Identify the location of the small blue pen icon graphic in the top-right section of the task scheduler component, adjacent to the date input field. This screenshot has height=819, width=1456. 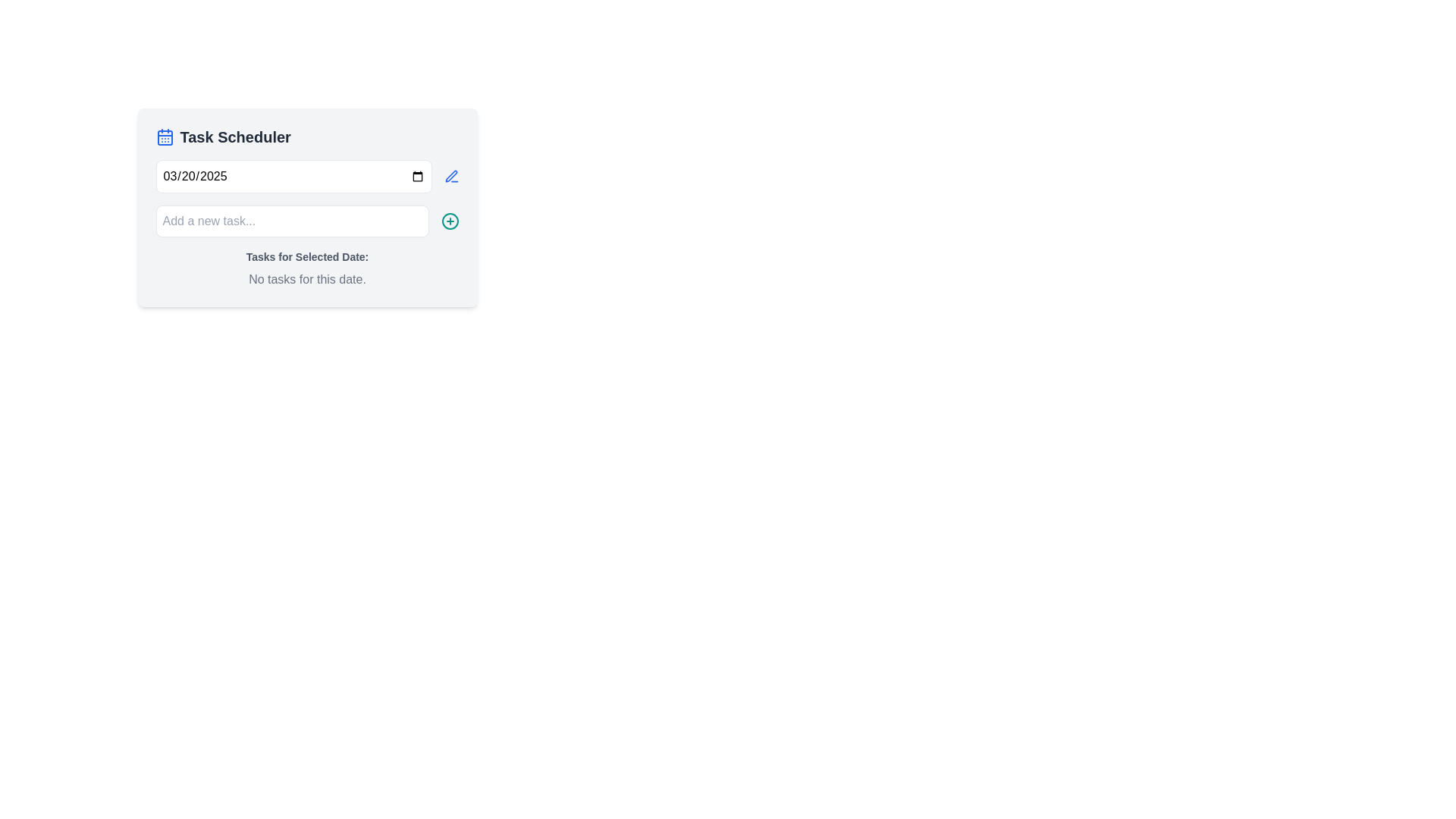
(450, 175).